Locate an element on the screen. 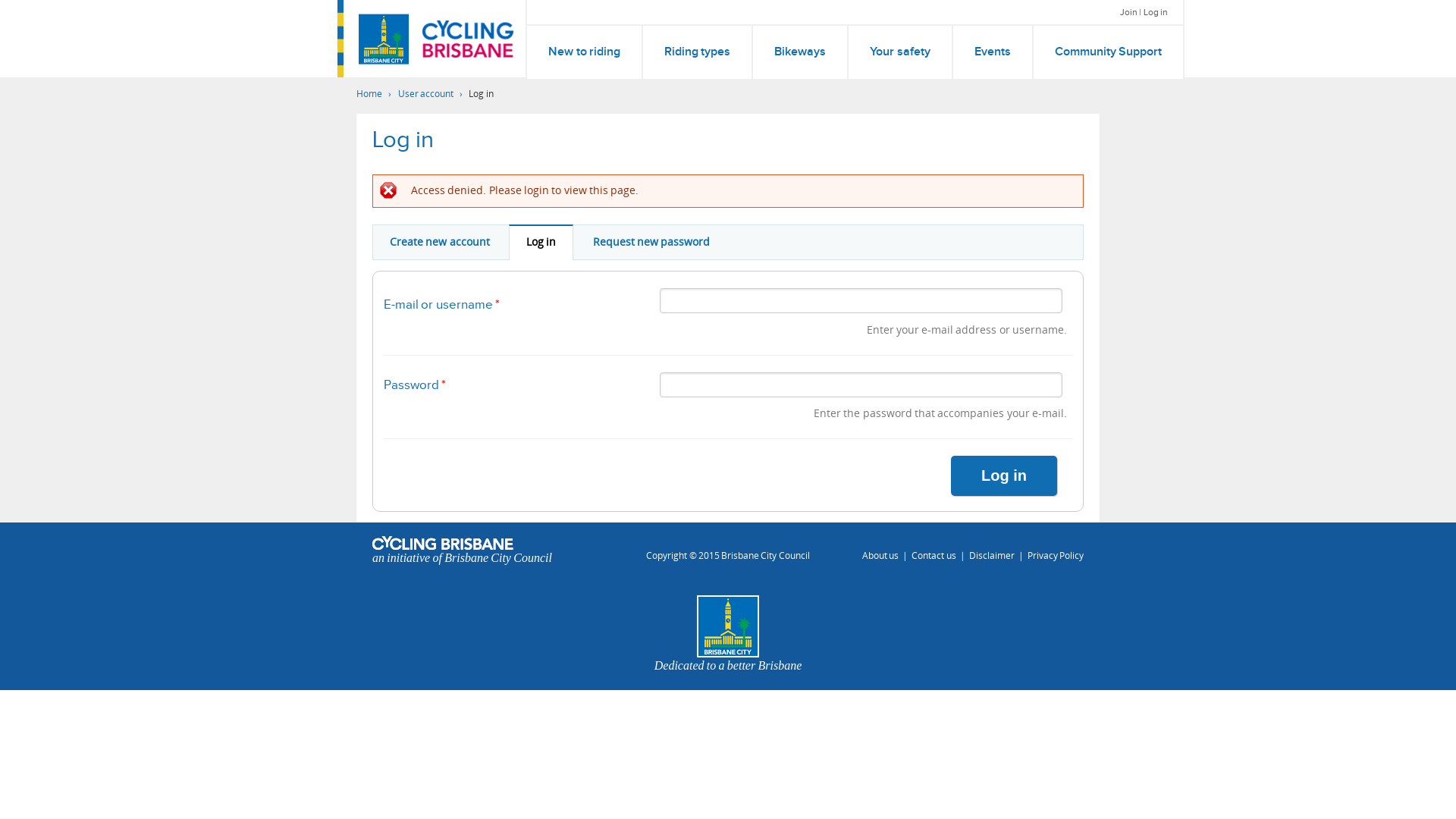  'Home' is located at coordinates (371, 93).